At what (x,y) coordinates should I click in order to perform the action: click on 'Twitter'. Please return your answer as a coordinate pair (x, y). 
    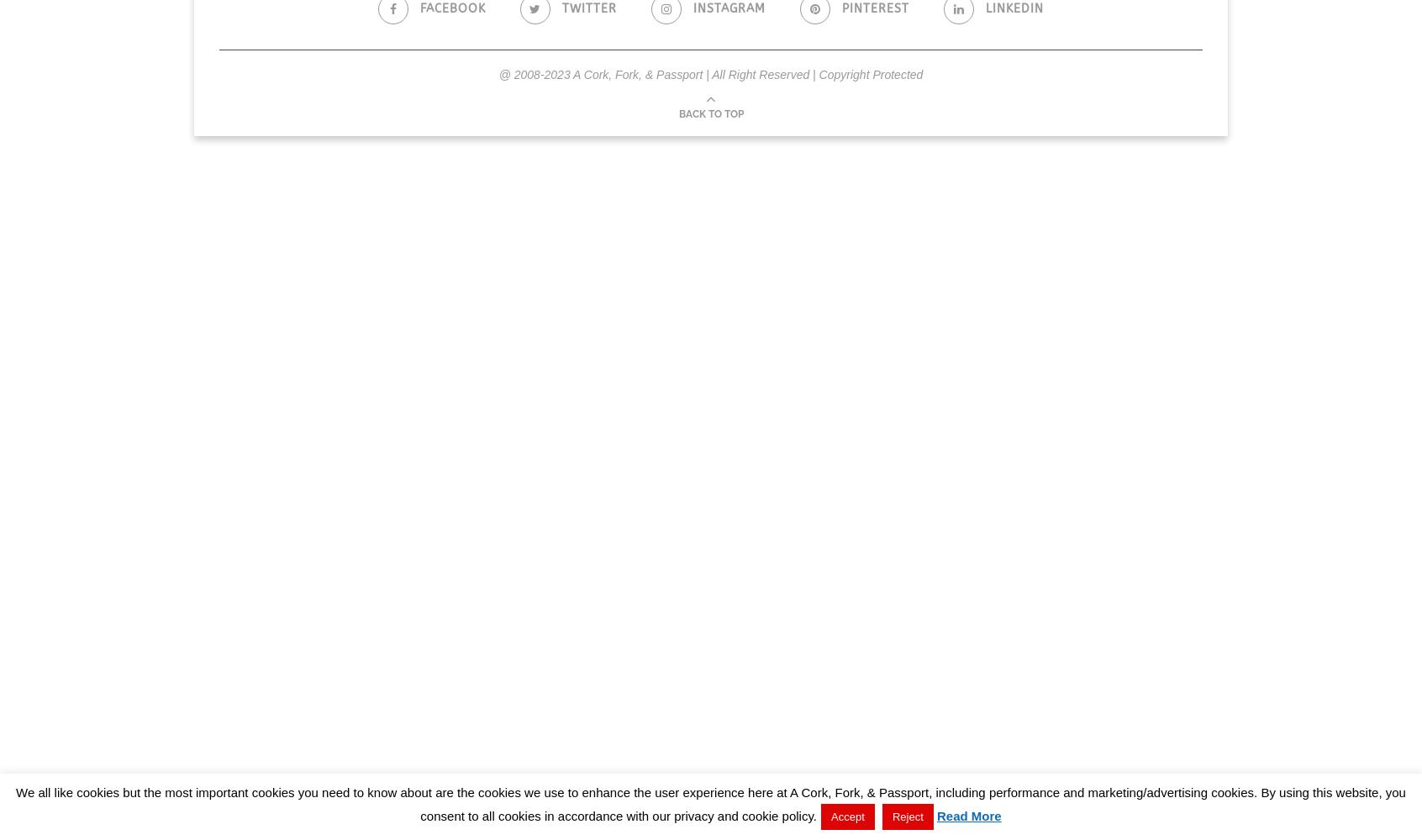
    Looking at the image, I should click on (588, 8).